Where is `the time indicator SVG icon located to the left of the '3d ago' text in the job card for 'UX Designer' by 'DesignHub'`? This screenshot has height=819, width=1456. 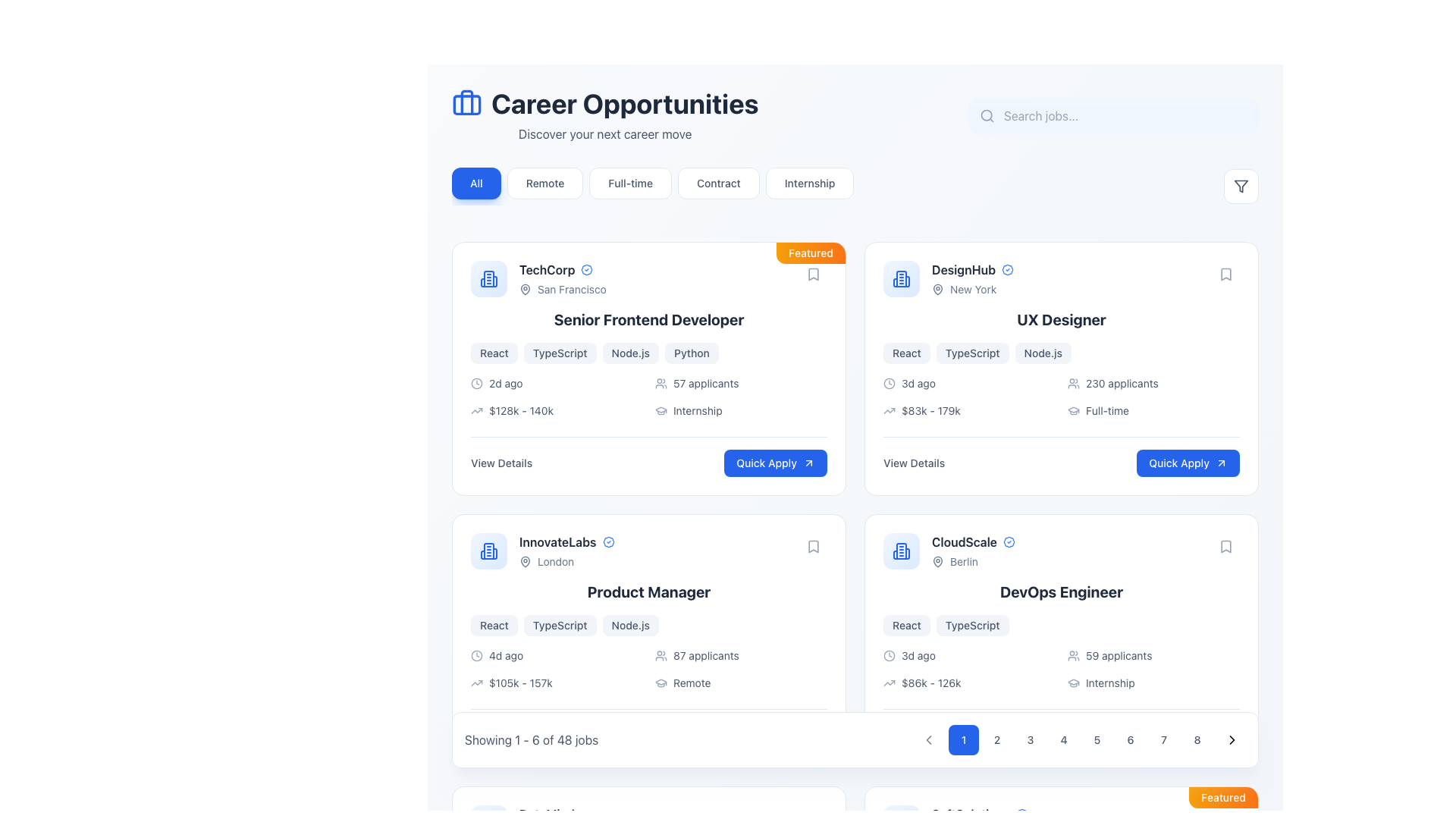 the time indicator SVG icon located to the left of the '3d ago' text in the job card for 'UX Designer' by 'DesignHub' is located at coordinates (889, 382).